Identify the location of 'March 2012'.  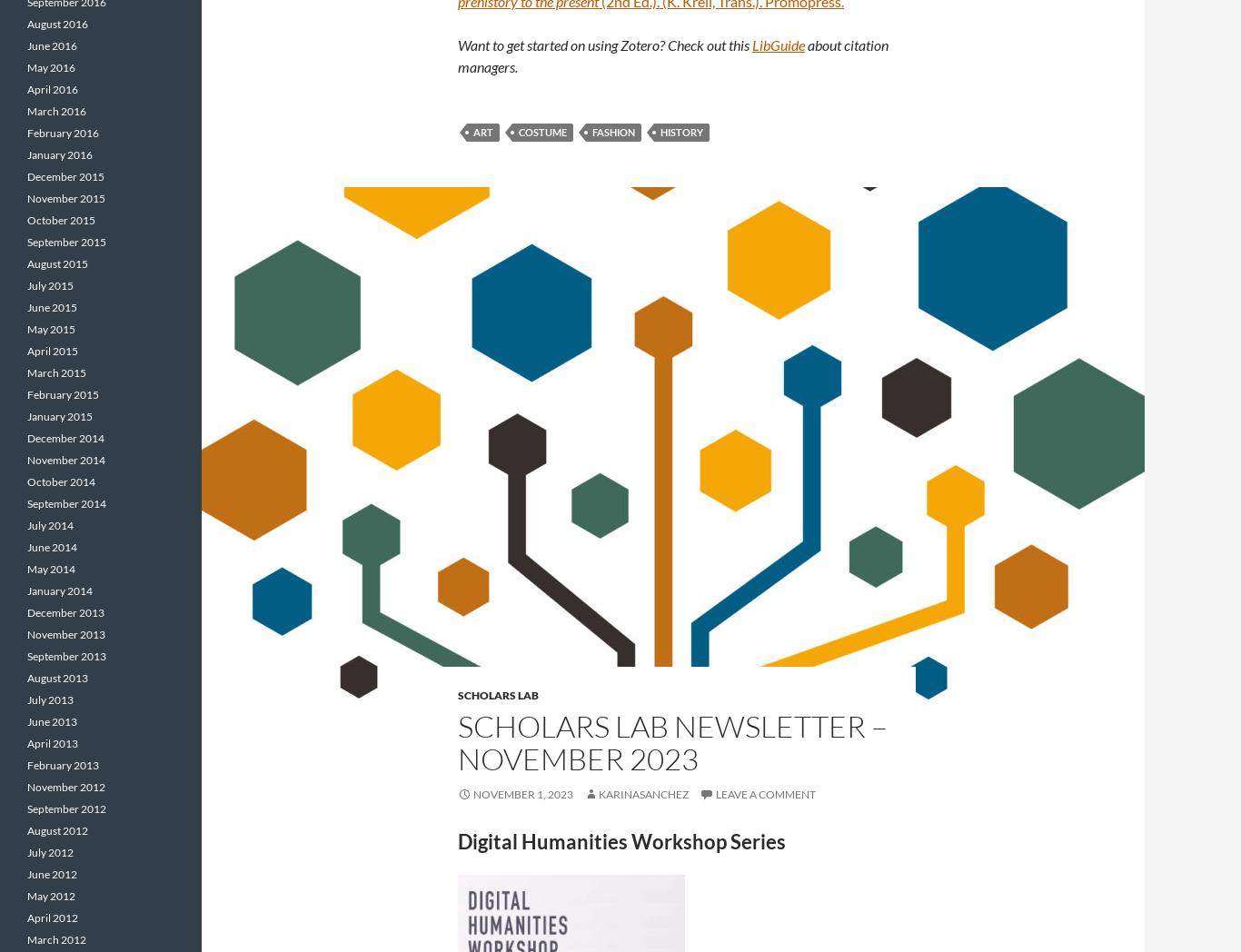
(56, 939).